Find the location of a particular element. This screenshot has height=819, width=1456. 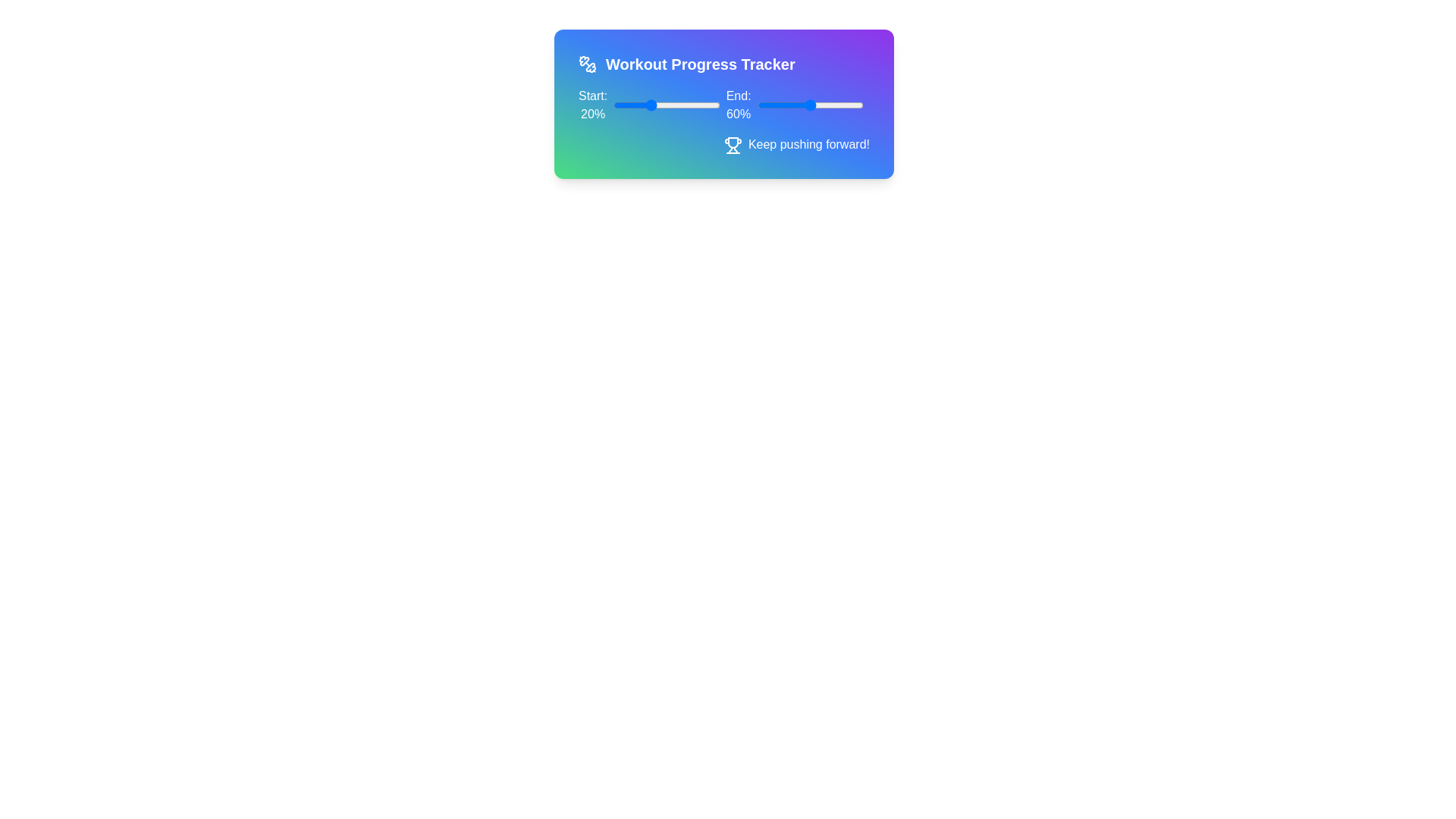

the stylized dumbbell icon located in the top-left corner of the Workout Progress Tracker card, which serves as a visual aid for the tracker is located at coordinates (583, 60).